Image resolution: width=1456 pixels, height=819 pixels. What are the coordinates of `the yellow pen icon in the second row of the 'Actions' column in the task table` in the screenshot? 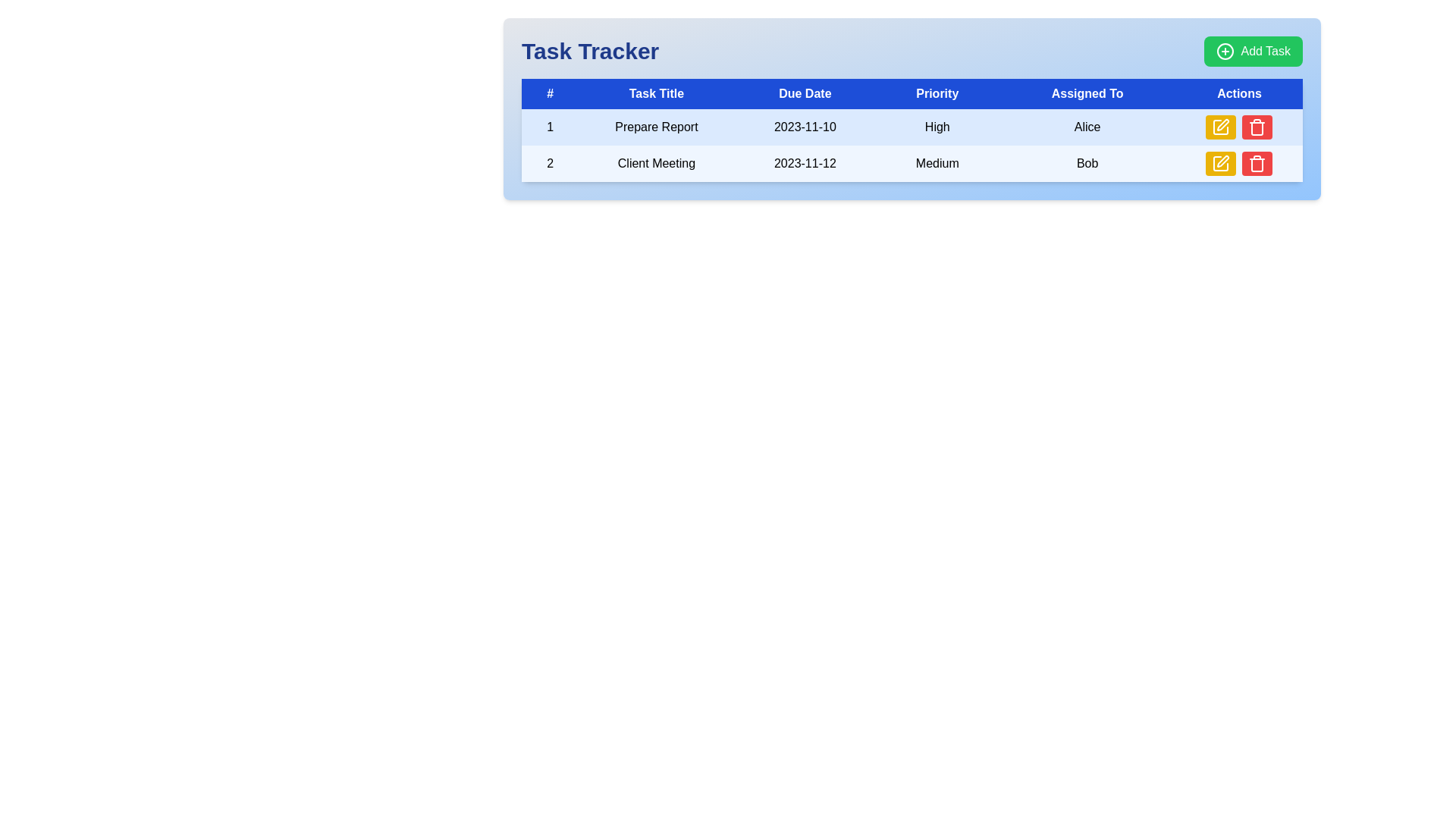 It's located at (1221, 127).